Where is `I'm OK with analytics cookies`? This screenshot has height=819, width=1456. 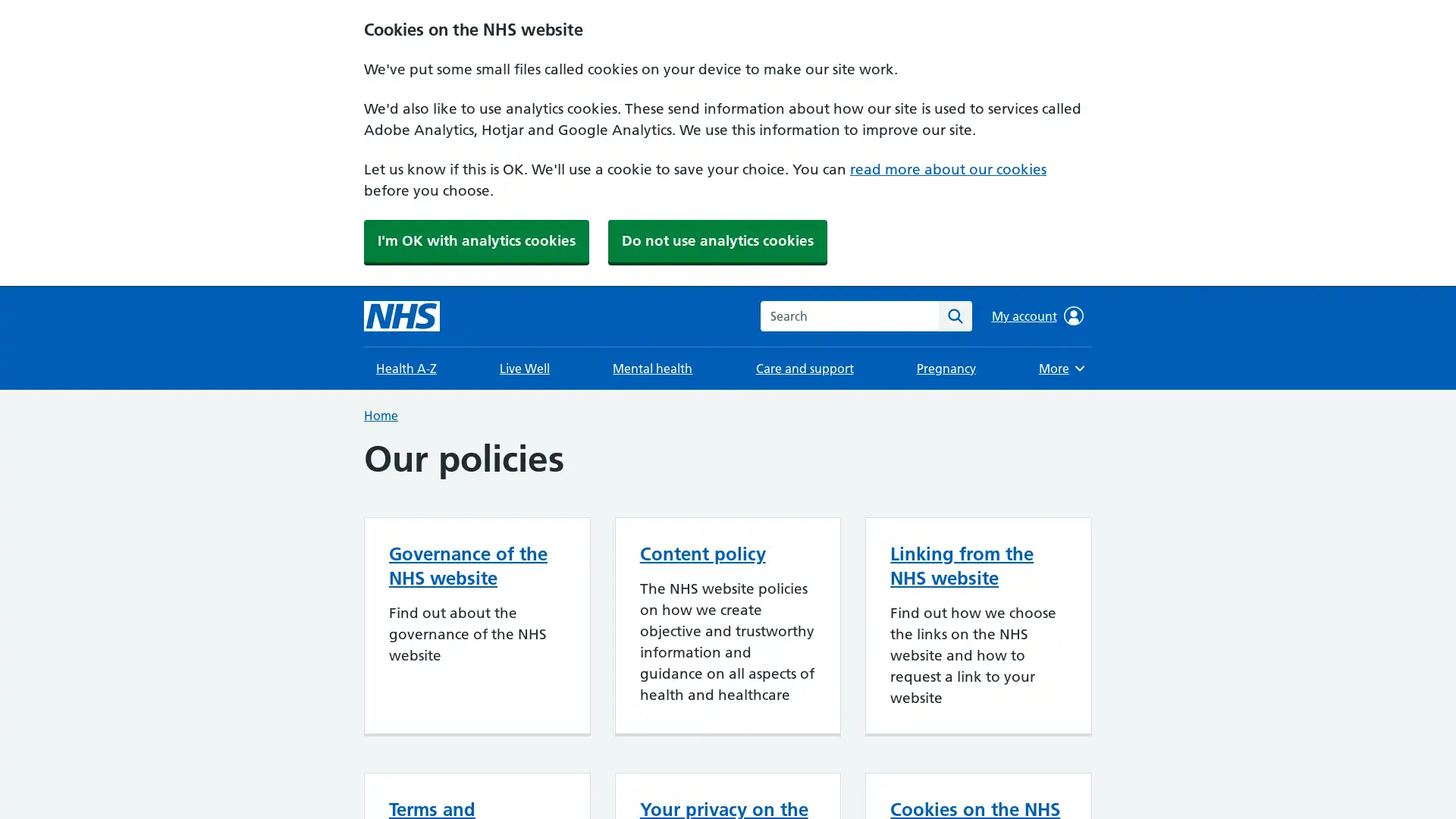 I'm OK with analytics cookies is located at coordinates (475, 240).